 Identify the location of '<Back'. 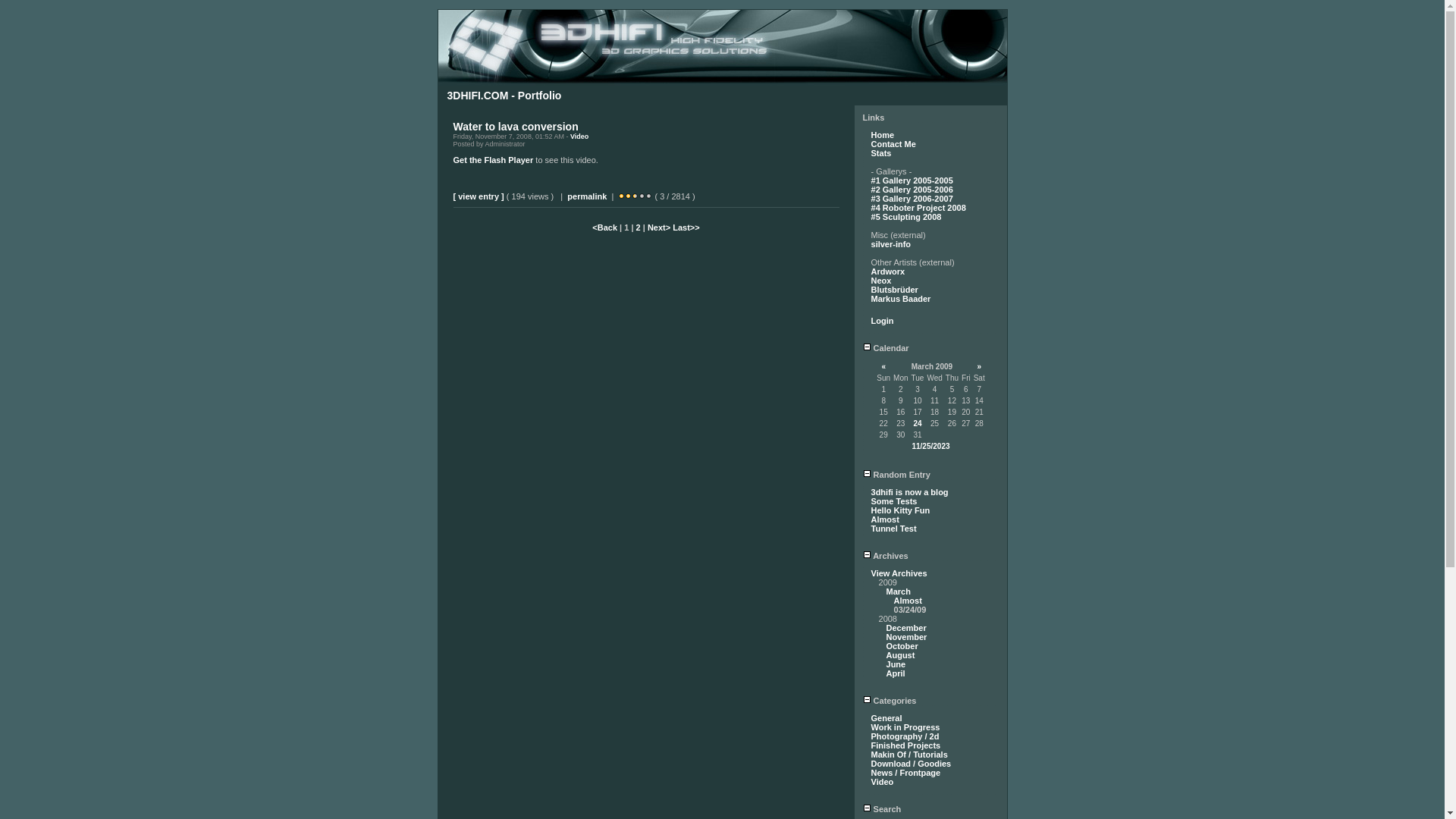
(604, 227).